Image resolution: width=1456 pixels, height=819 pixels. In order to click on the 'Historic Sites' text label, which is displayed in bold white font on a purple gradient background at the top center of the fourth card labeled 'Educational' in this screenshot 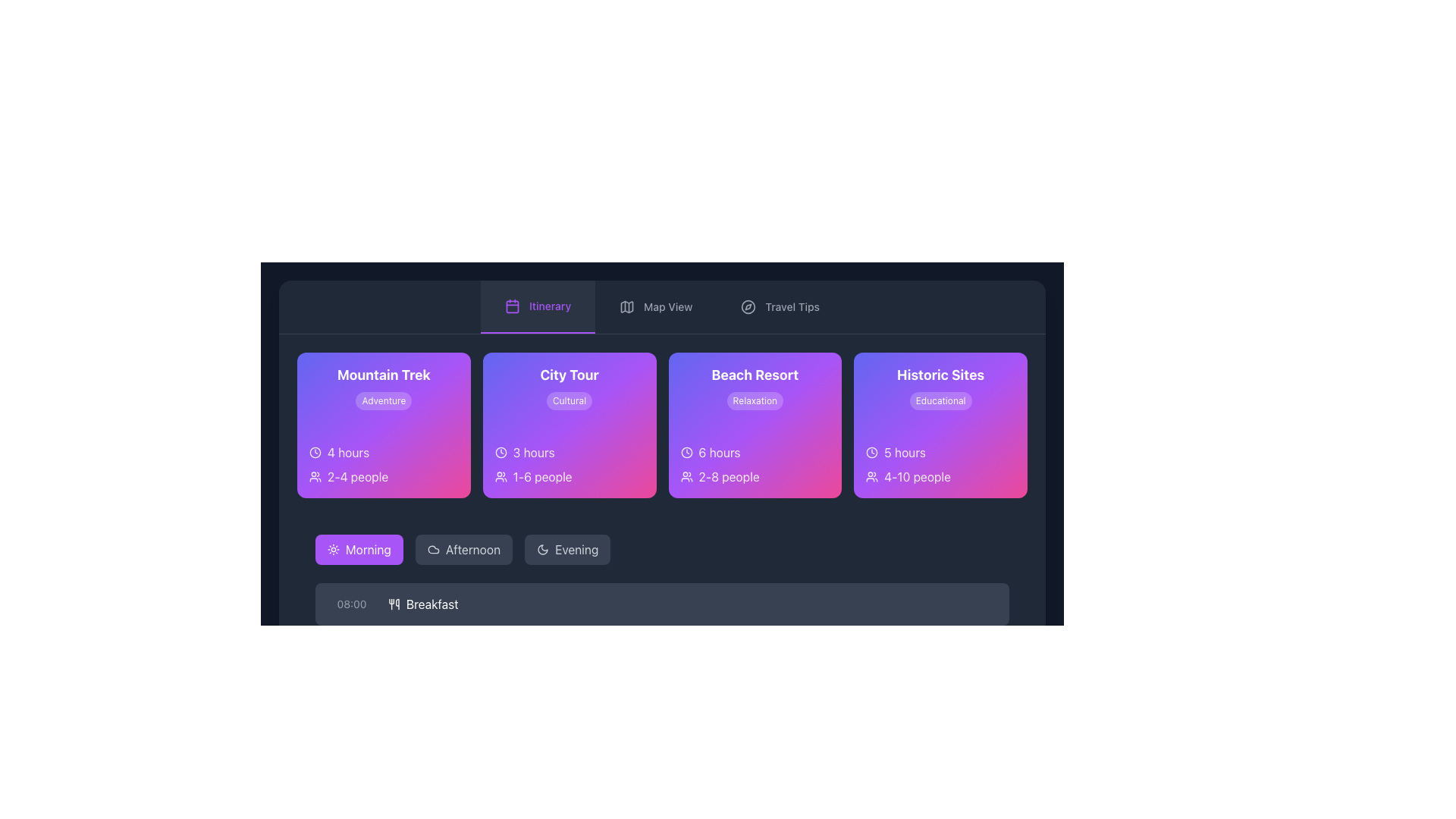, I will do `click(940, 375)`.